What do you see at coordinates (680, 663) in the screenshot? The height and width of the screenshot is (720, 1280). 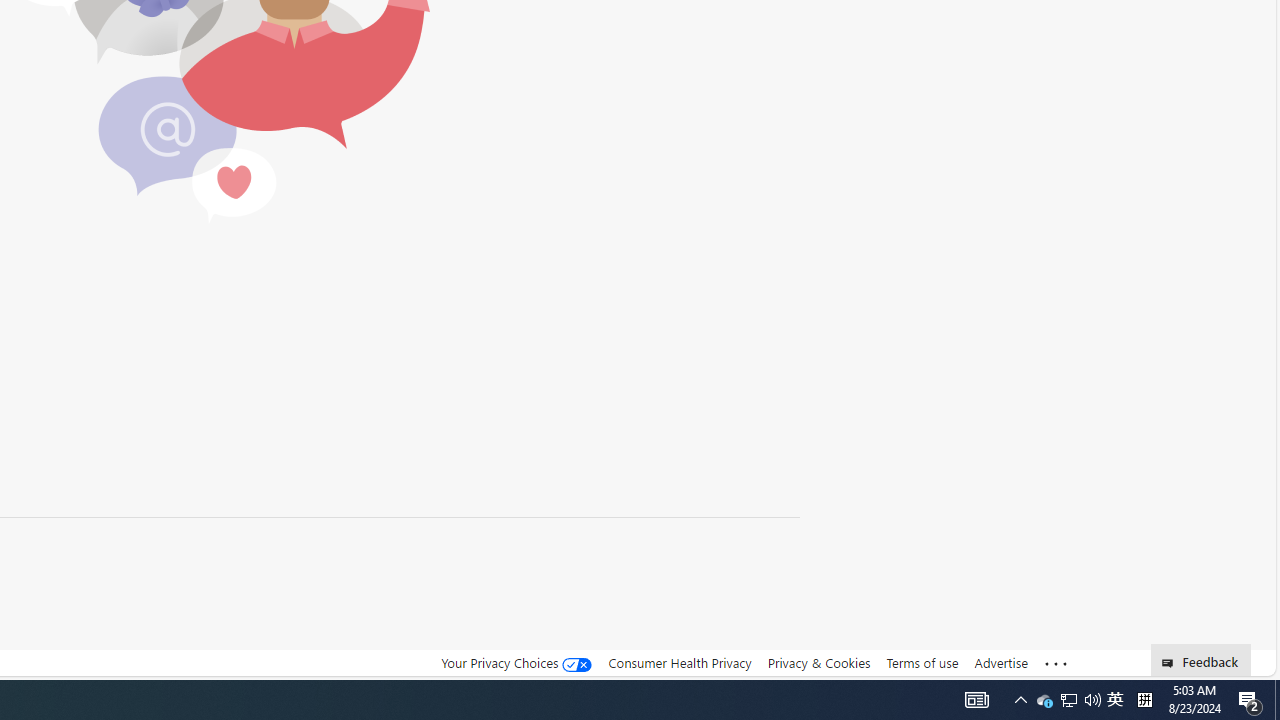 I see `'Consumer Health Privacy'` at bounding box center [680, 663].